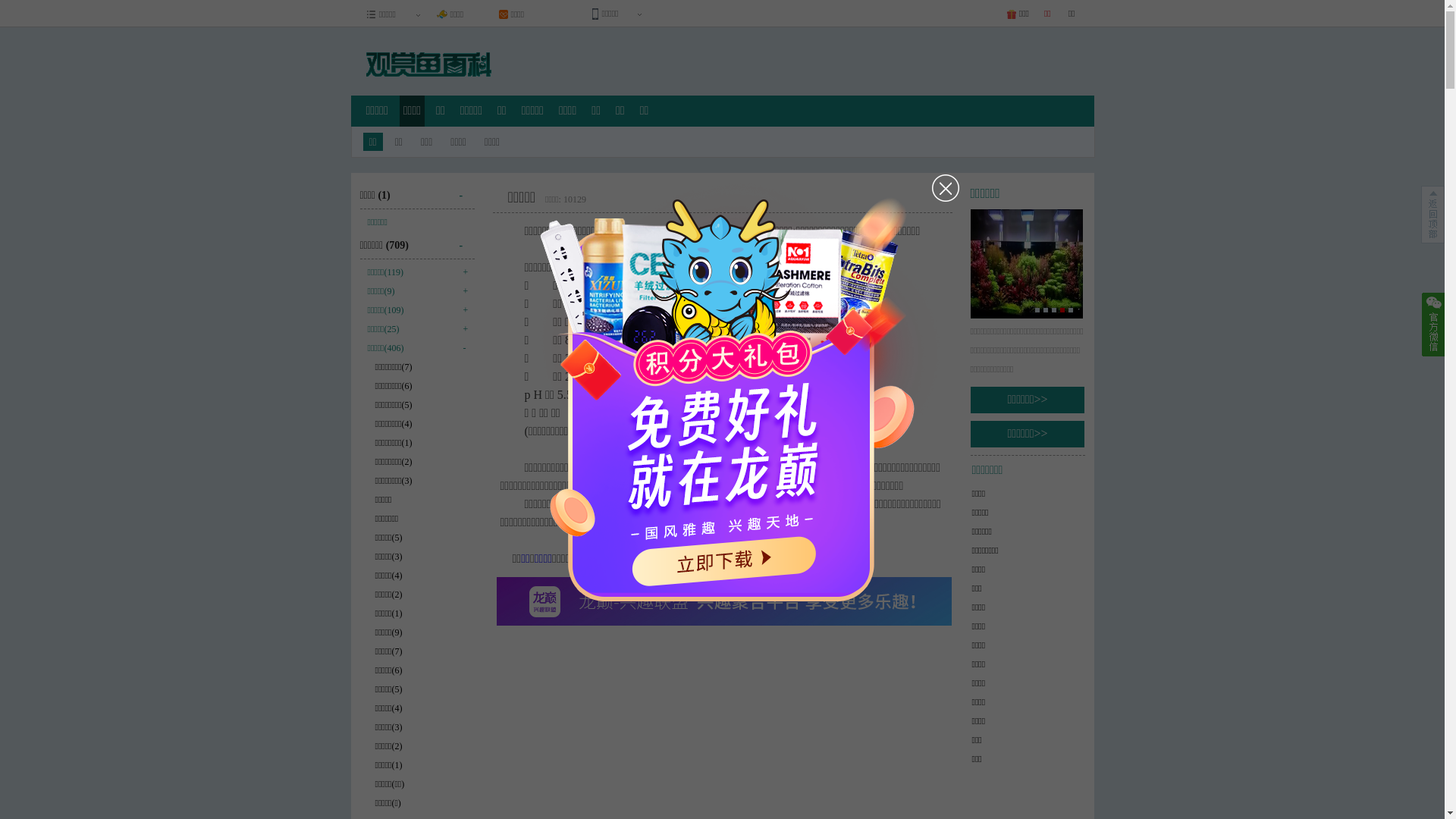 This screenshot has height=819, width=1456. Describe the element at coordinates (461, 327) in the screenshot. I see `'+'` at that location.